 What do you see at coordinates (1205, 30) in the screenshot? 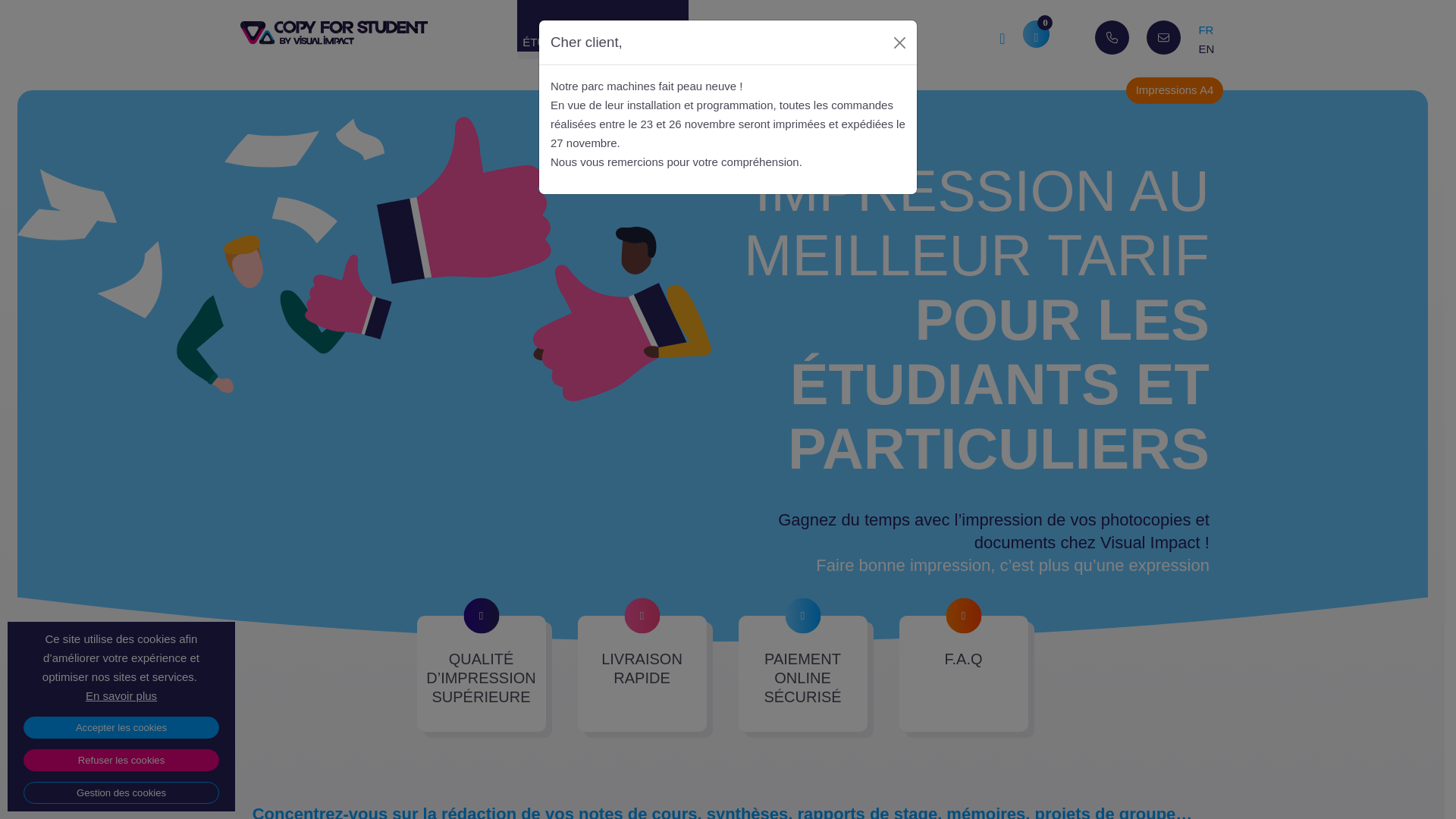
I see `'FR'` at bounding box center [1205, 30].